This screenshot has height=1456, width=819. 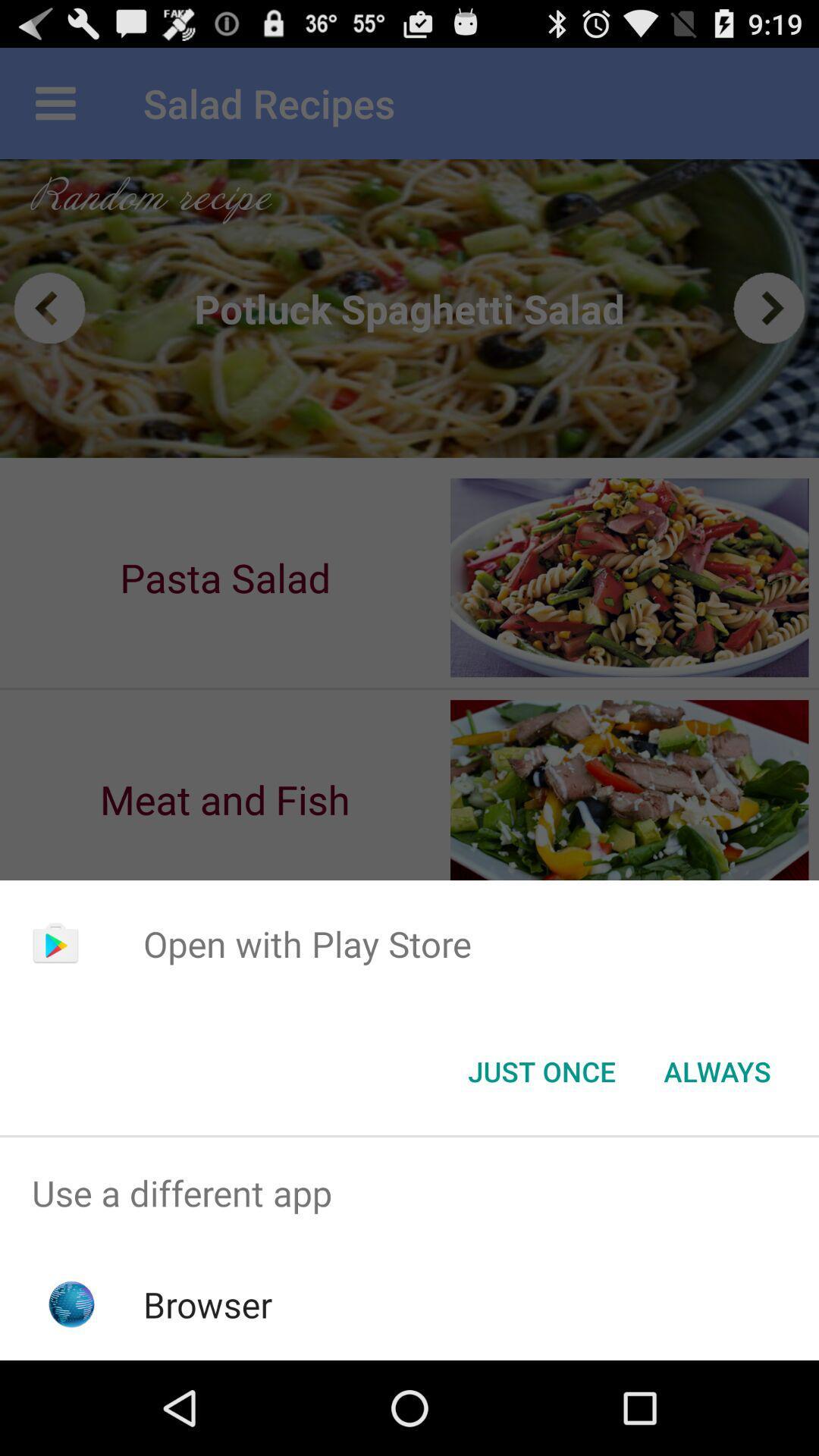 I want to click on the always item, so click(x=717, y=1070).